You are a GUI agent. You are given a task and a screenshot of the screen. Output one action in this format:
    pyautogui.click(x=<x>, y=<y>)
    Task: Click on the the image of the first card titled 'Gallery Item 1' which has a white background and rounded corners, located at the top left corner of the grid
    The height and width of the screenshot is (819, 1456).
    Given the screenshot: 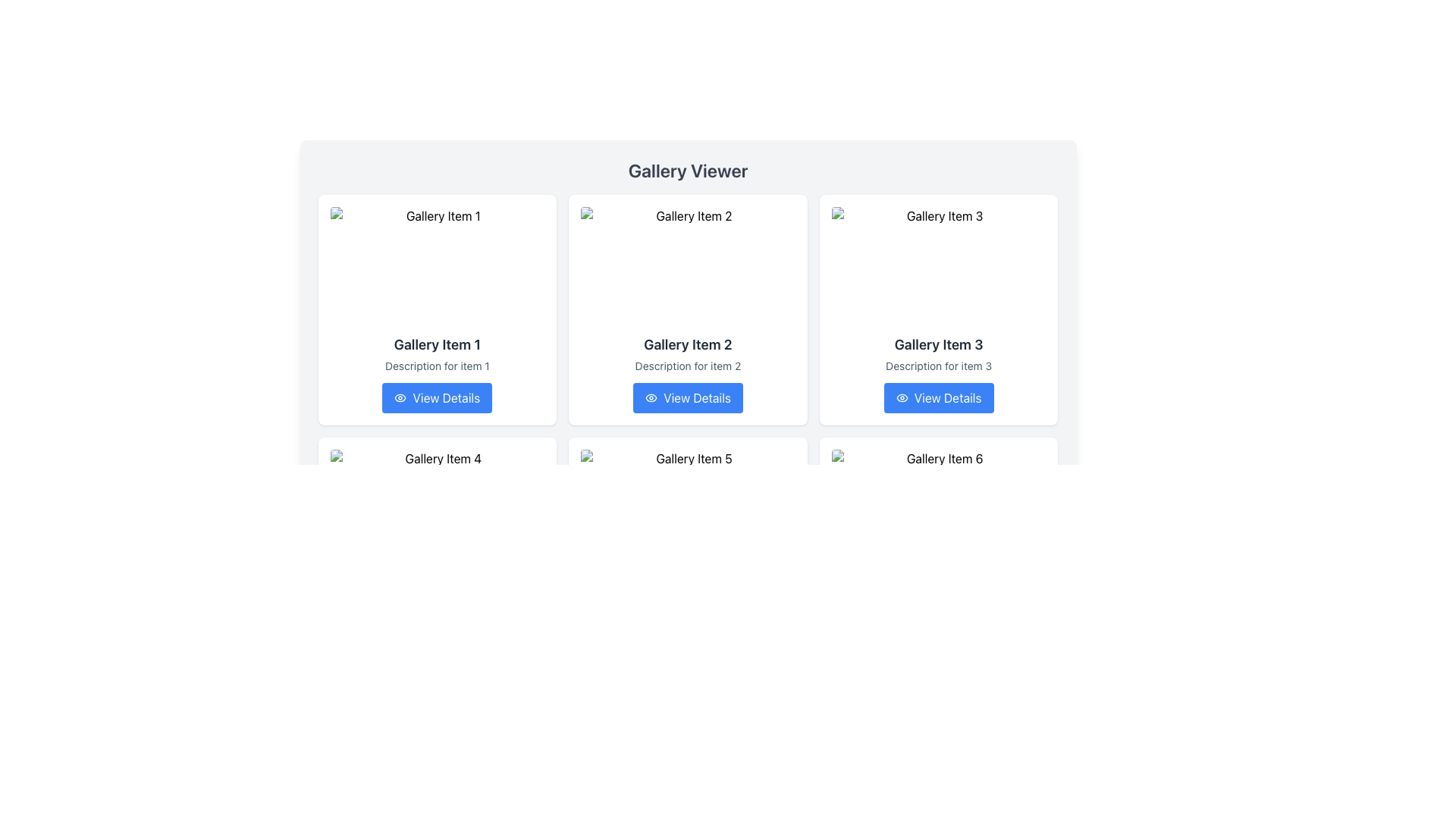 What is the action you would take?
    pyautogui.click(x=436, y=309)
    